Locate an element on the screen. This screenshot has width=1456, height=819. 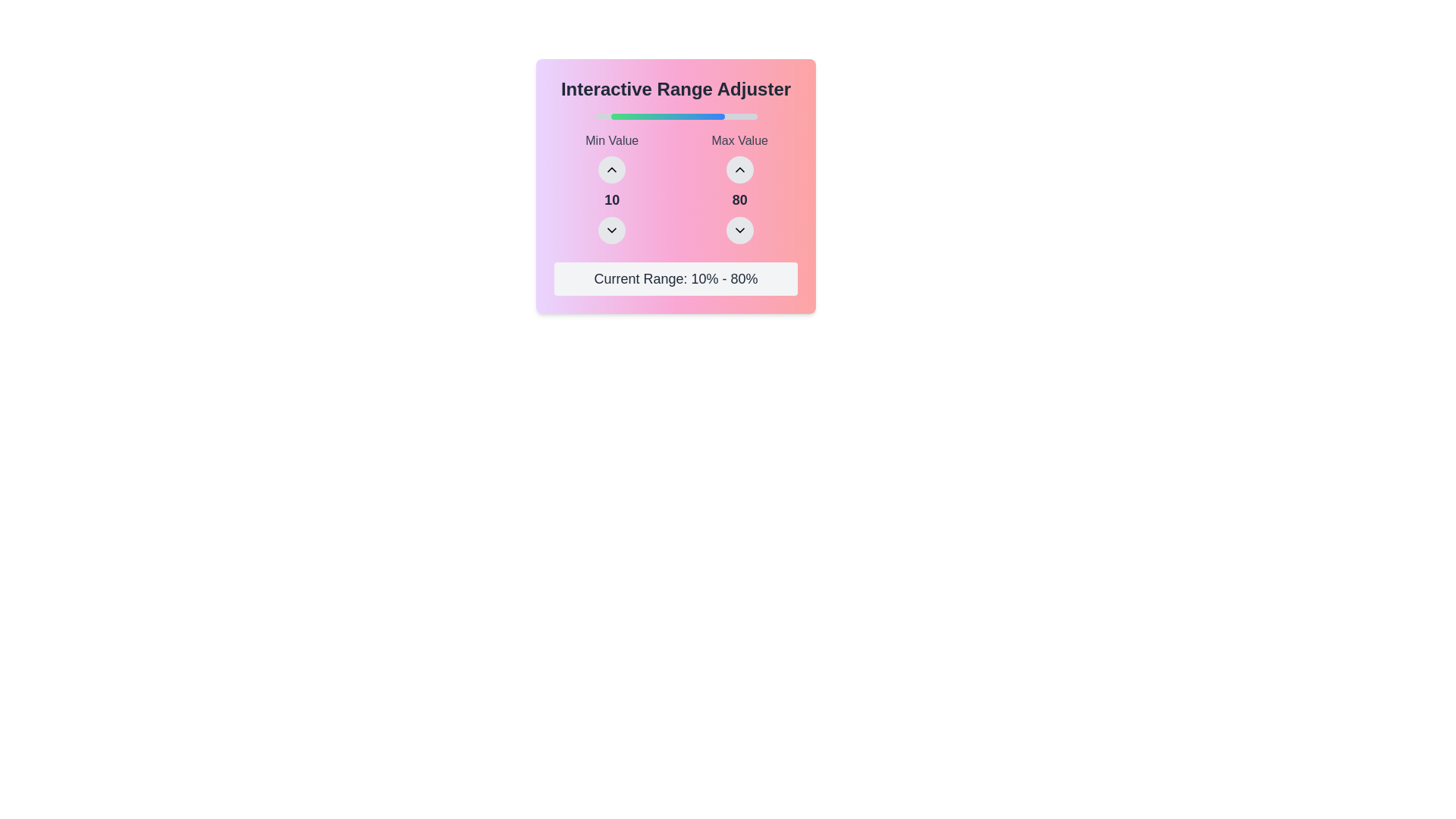
the Text Display element that shows the currently selected range values, located at the bottom of the interactive widget beneath the 'Min Value' and 'Max Value' controls is located at coordinates (675, 278).